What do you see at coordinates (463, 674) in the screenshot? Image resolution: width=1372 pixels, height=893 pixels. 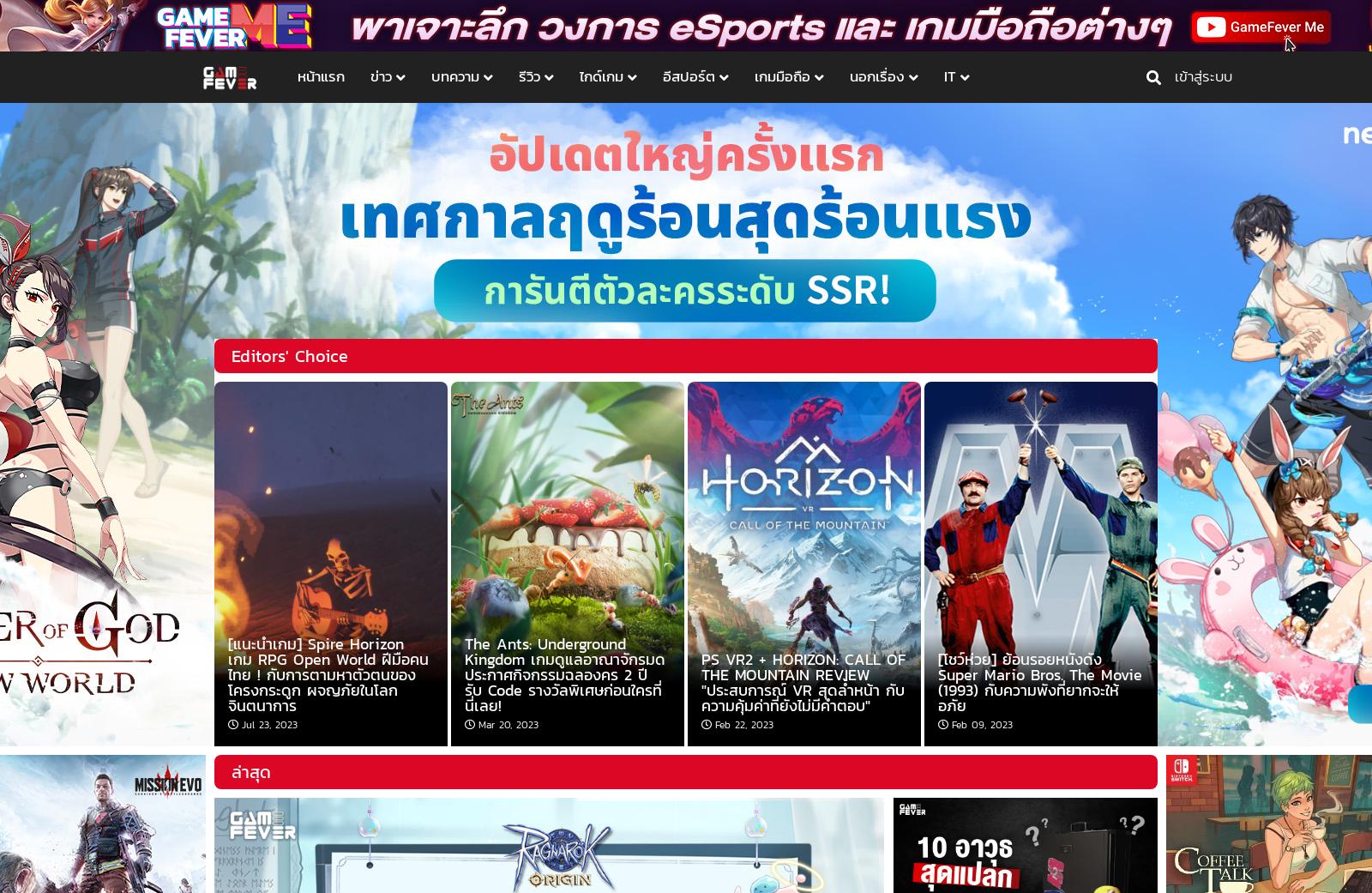 I see `'The Ants: Underground Kingdom เกมดูแลอาณาจักรมด ประกาศกิจกรรมฉลองคร 2 ปี รับ Code รางวัลพิเศษก่อนใครที่นี่เลย!'` at bounding box center [463, 674].